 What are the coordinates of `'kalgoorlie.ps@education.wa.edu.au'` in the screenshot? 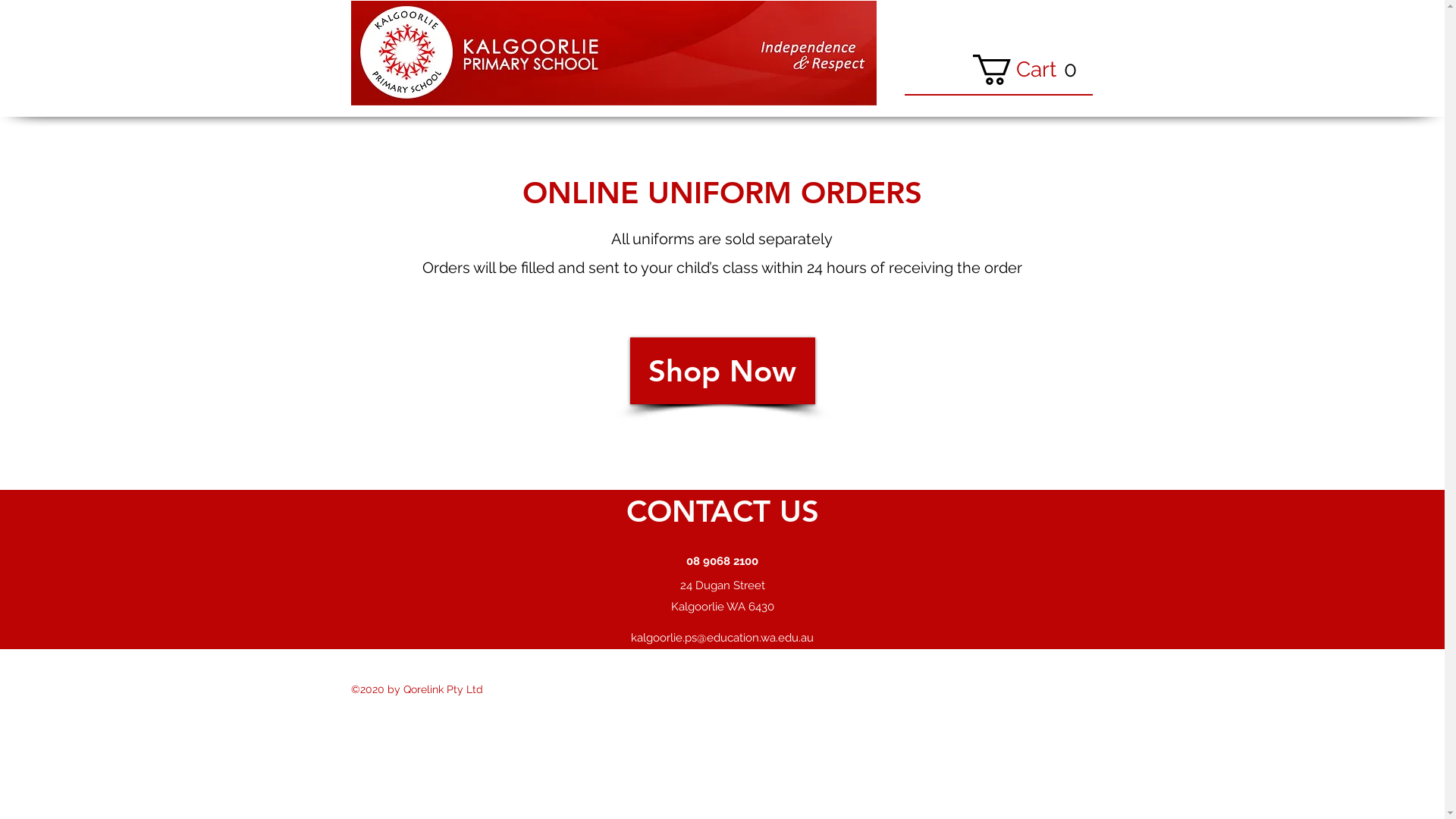 It's located at (721, 637).